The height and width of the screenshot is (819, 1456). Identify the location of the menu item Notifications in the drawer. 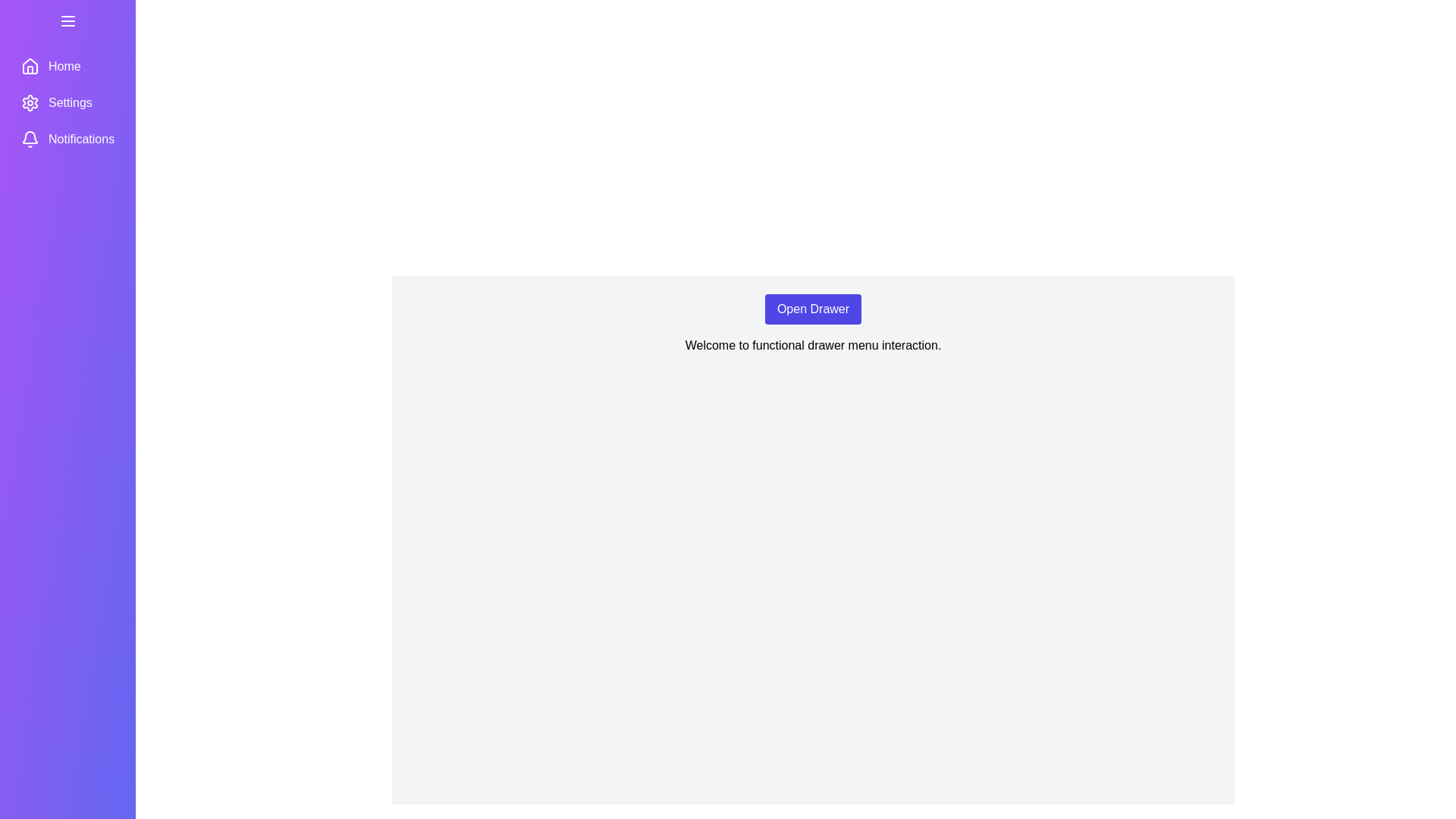
(67, 140).